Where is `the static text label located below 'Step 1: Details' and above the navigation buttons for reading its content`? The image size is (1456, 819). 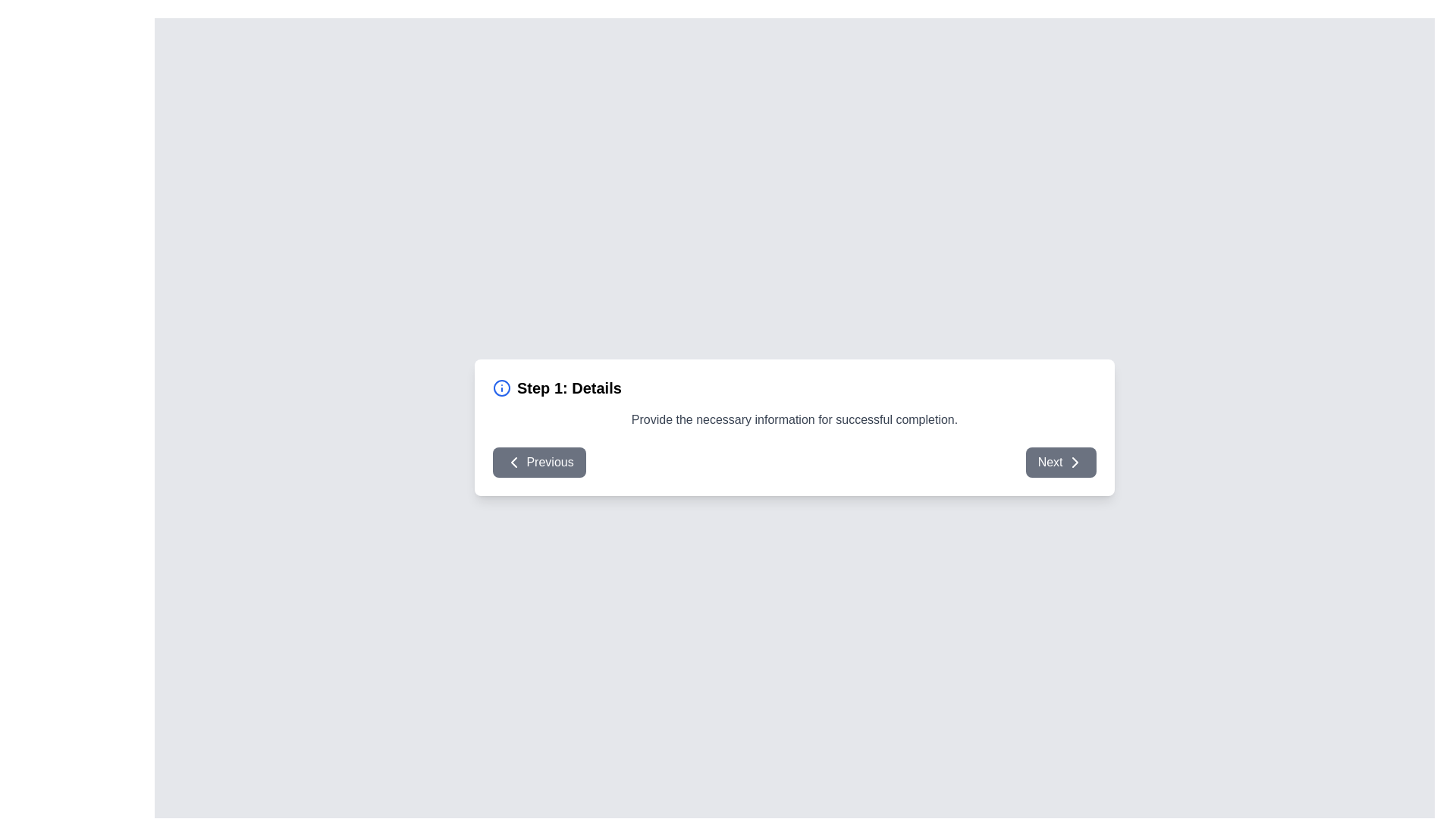
the static text label located below 'Step 1: Details' and above the navigation buttons for reading its content is located at coordinates (793, 419).